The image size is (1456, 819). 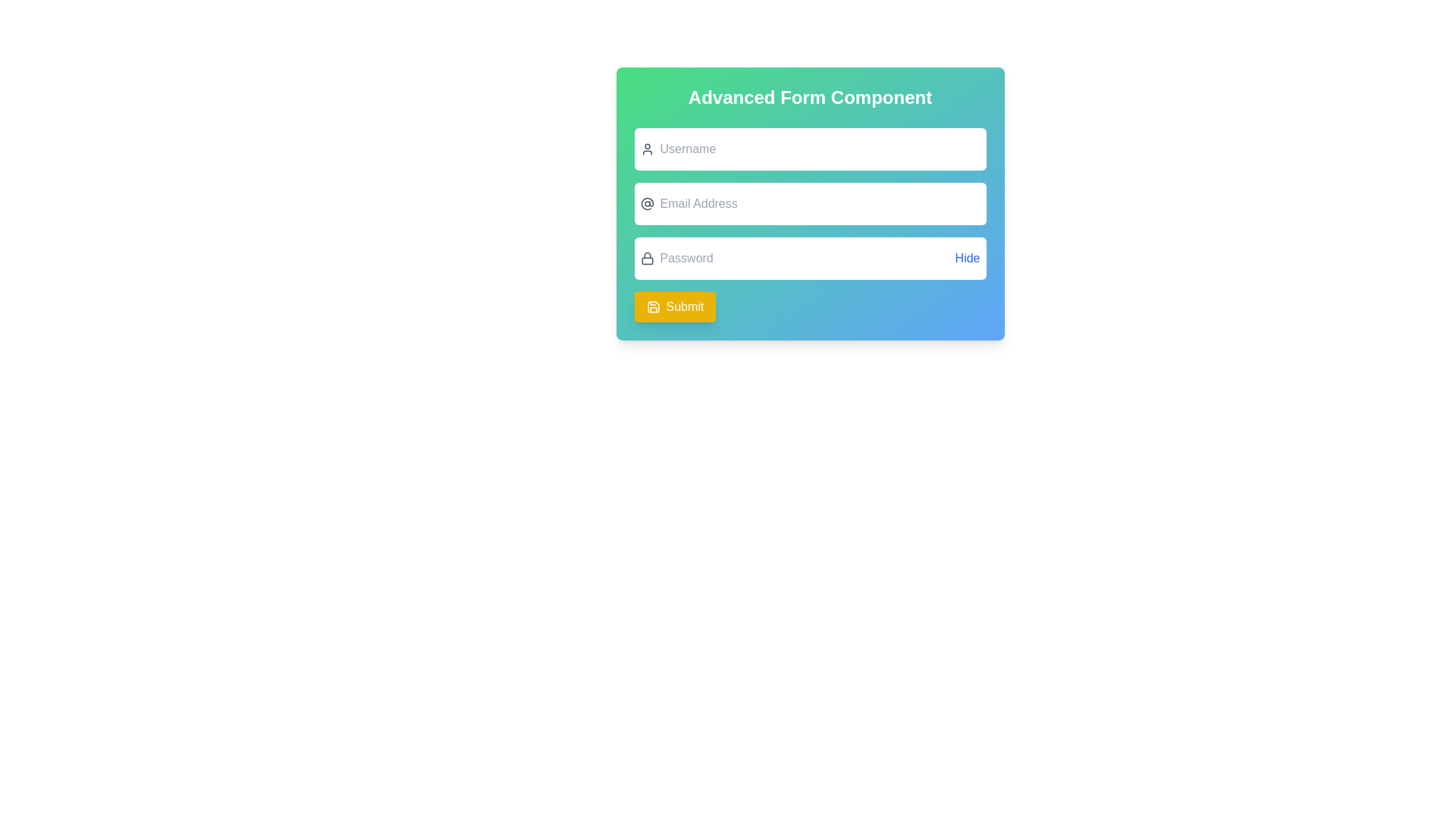 What do you see at coordinates (809, 97) in the screenshot?
I see `the text label displaying 'Advanced Form Component', which is a large bold title centered in a gradient background box at the top of the form layout` at bounding box center [809, 97].